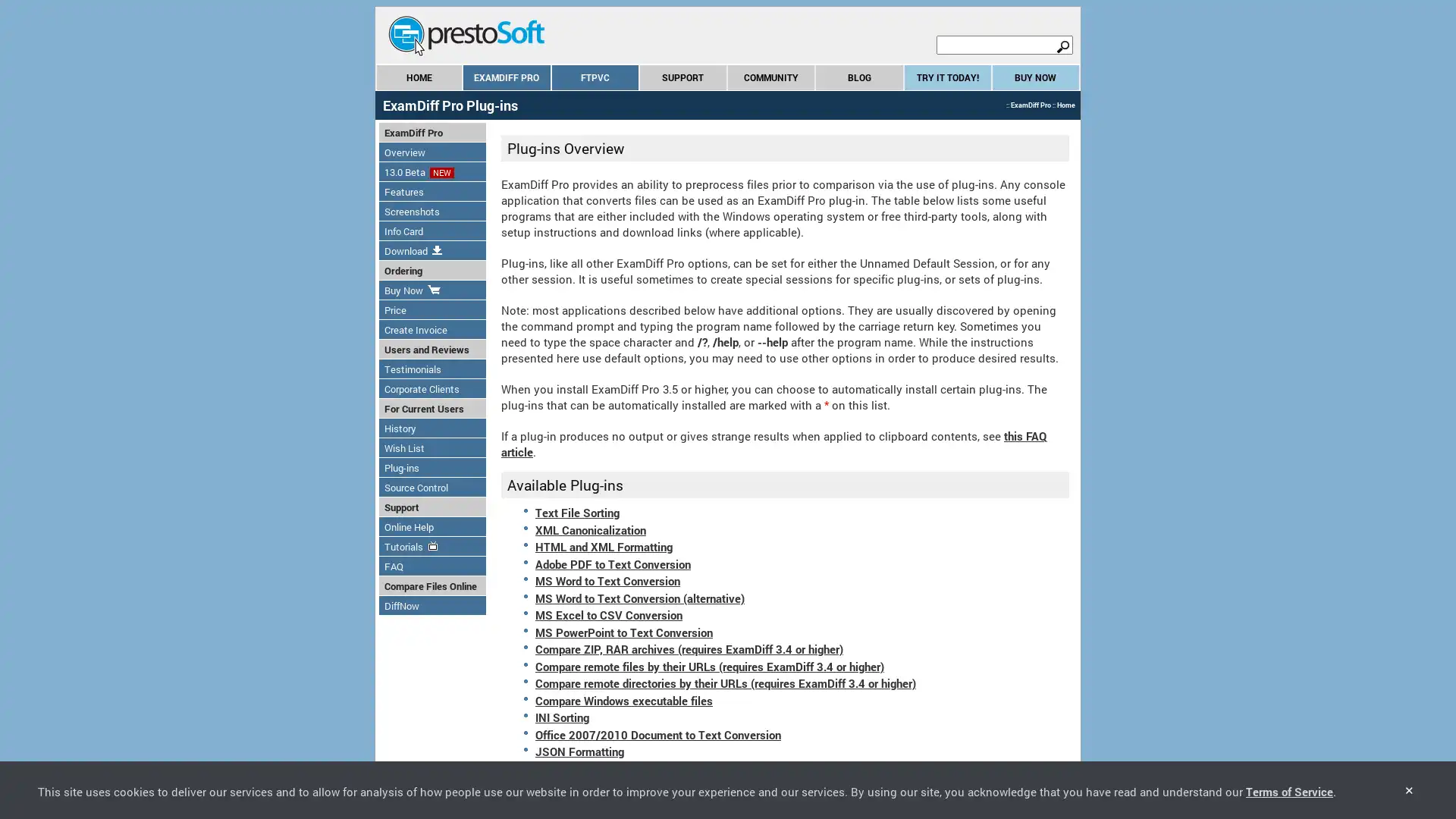 The height and width of the screenshot is (819, 1456). What do you see at coordinates (1062, 45) in the screenshot?
I see `search` at bounding box center [1062, 45].